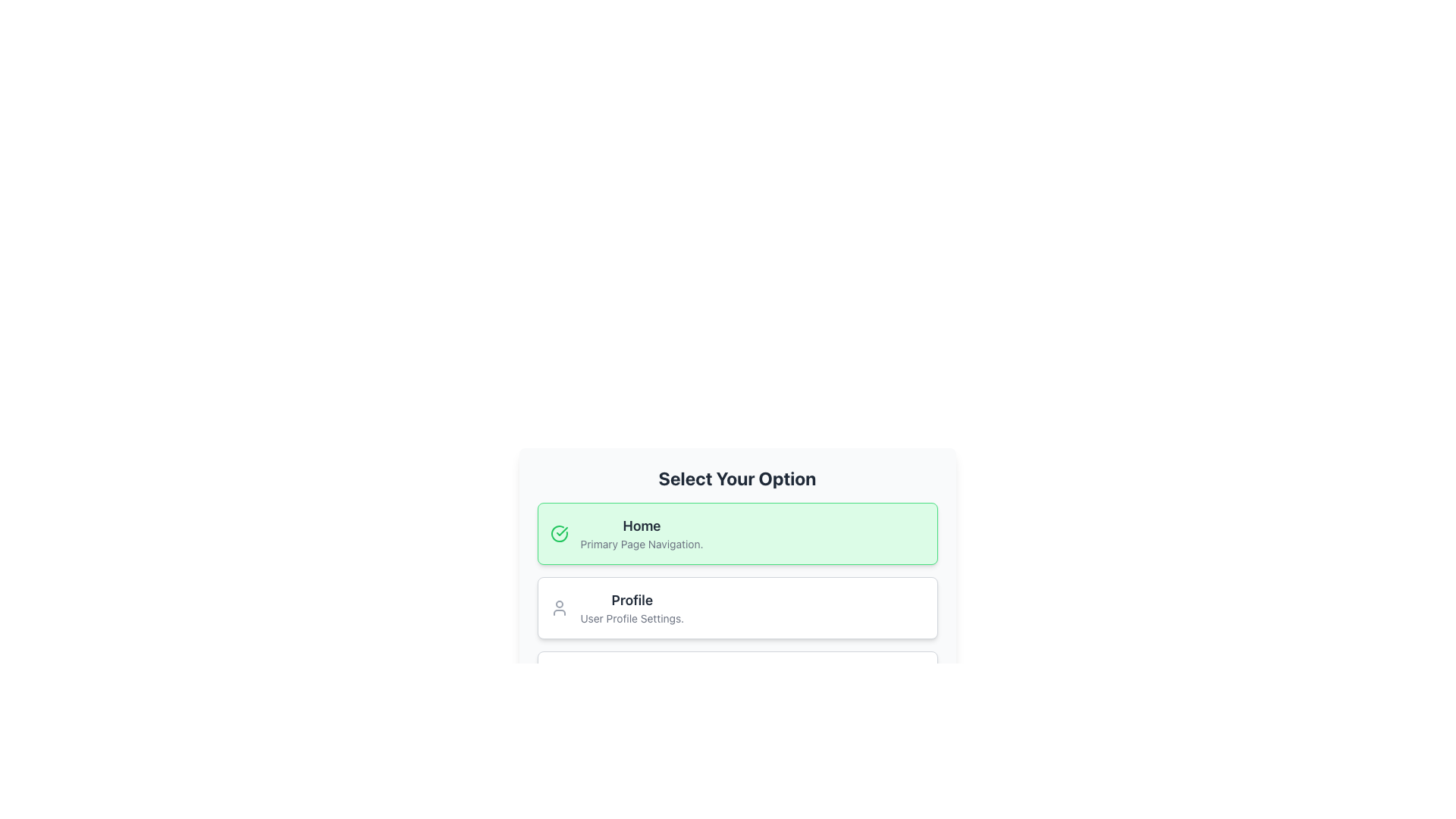 The width and height of the screenshot is (1456, 819). What do you see at coordinates (642, 533) in the screenshot?
I see `the navigational button text block within the first green-highlighted card under the 'Select Your Option' header` at bounding box center [642, 533].